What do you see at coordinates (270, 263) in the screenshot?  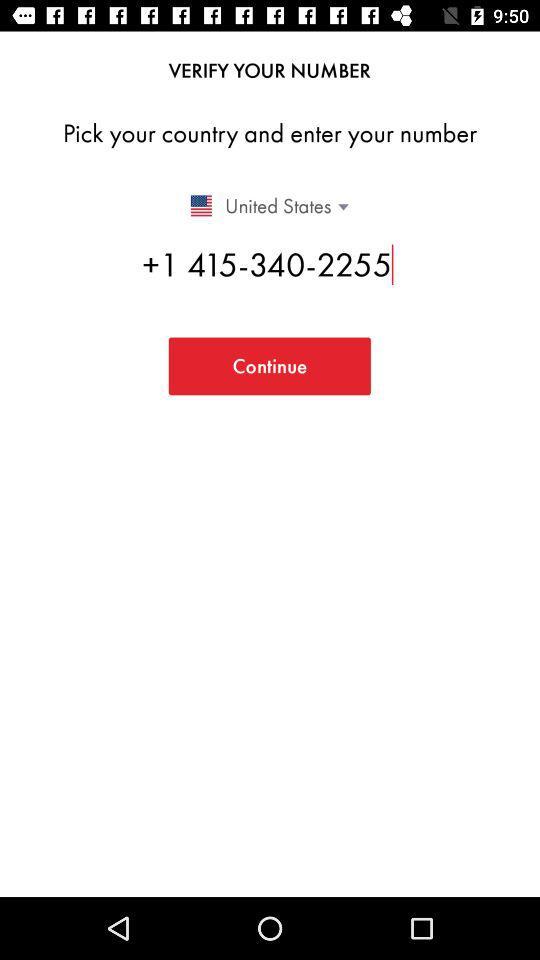 I see `1 415 340` at bounding box center [270, 263].